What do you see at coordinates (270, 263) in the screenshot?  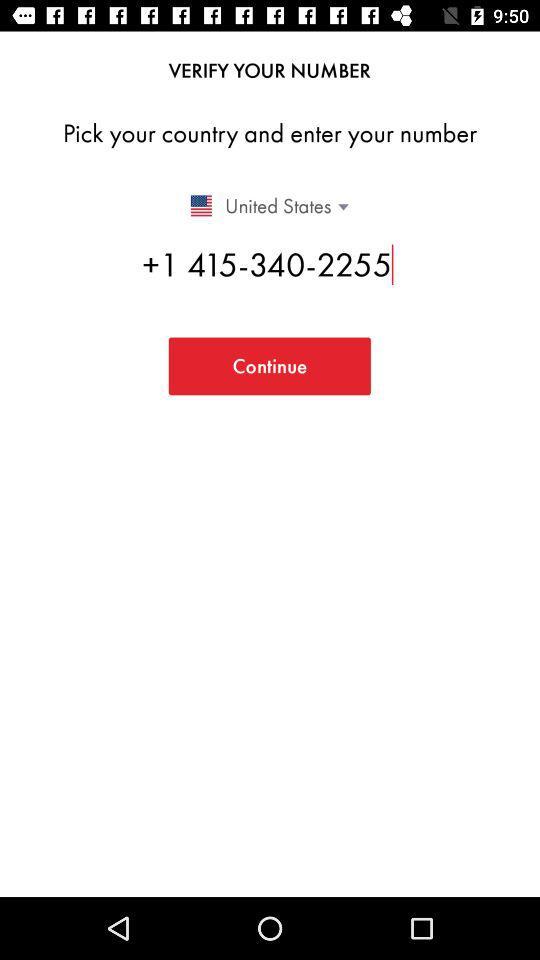 I see `1 415 340` at bounding box center [270, 263].